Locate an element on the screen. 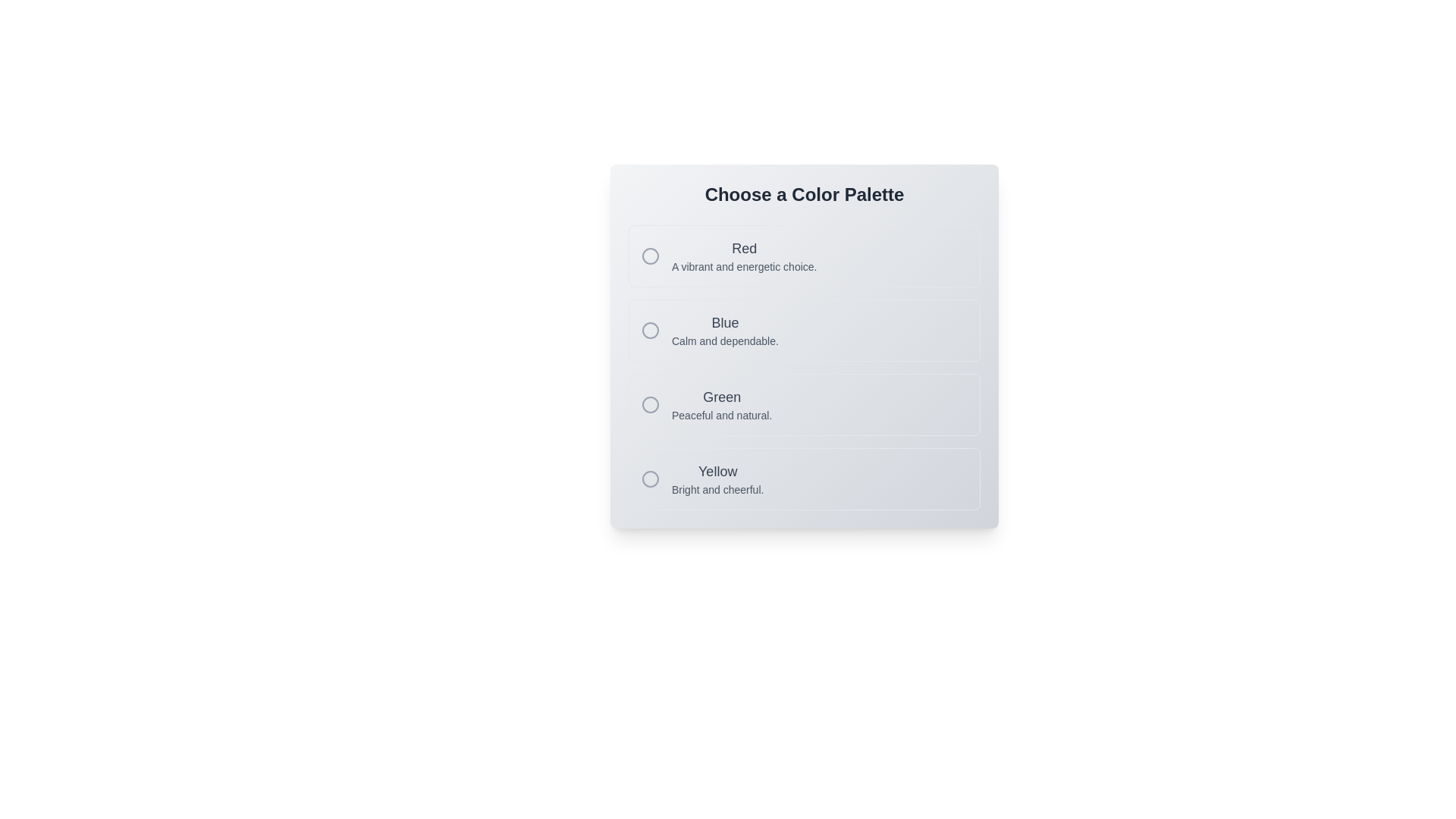  the second radio button option for the 'Blue' selection in the survey to potentially receive feedback is located at coordinates (651, 329).